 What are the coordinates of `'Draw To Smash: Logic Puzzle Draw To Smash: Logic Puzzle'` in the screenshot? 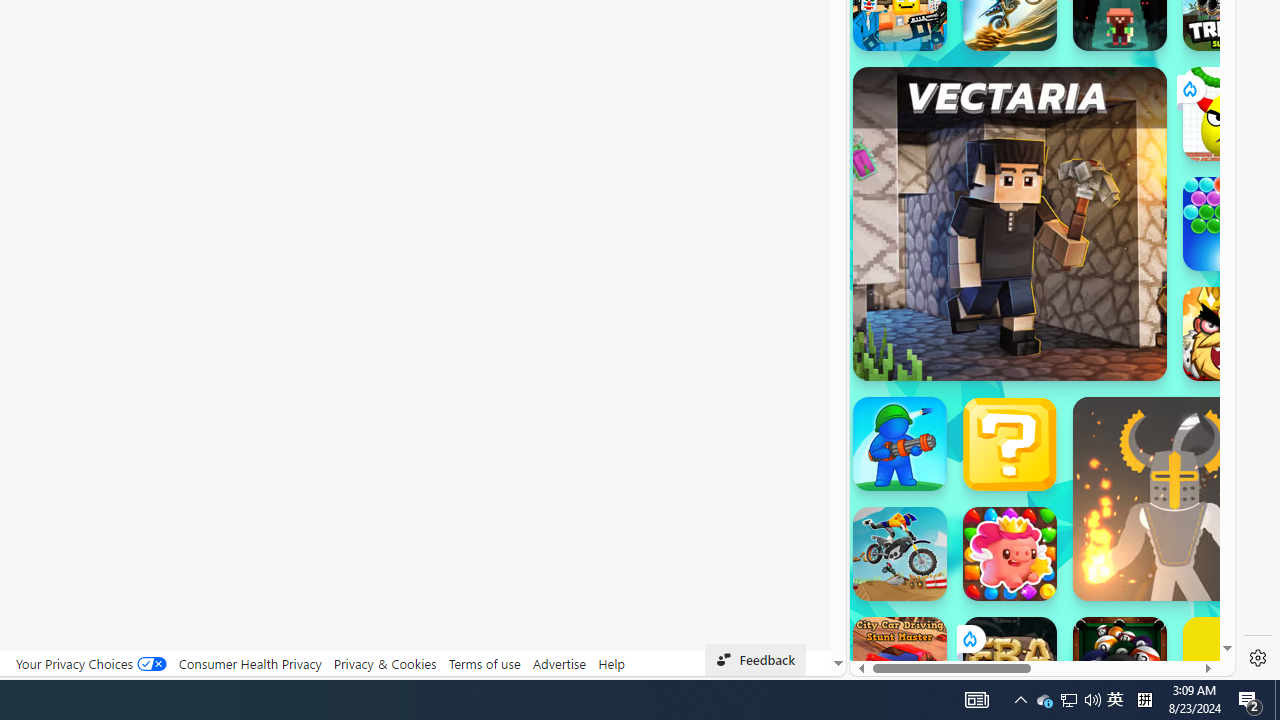 It's located at (1229, 114).